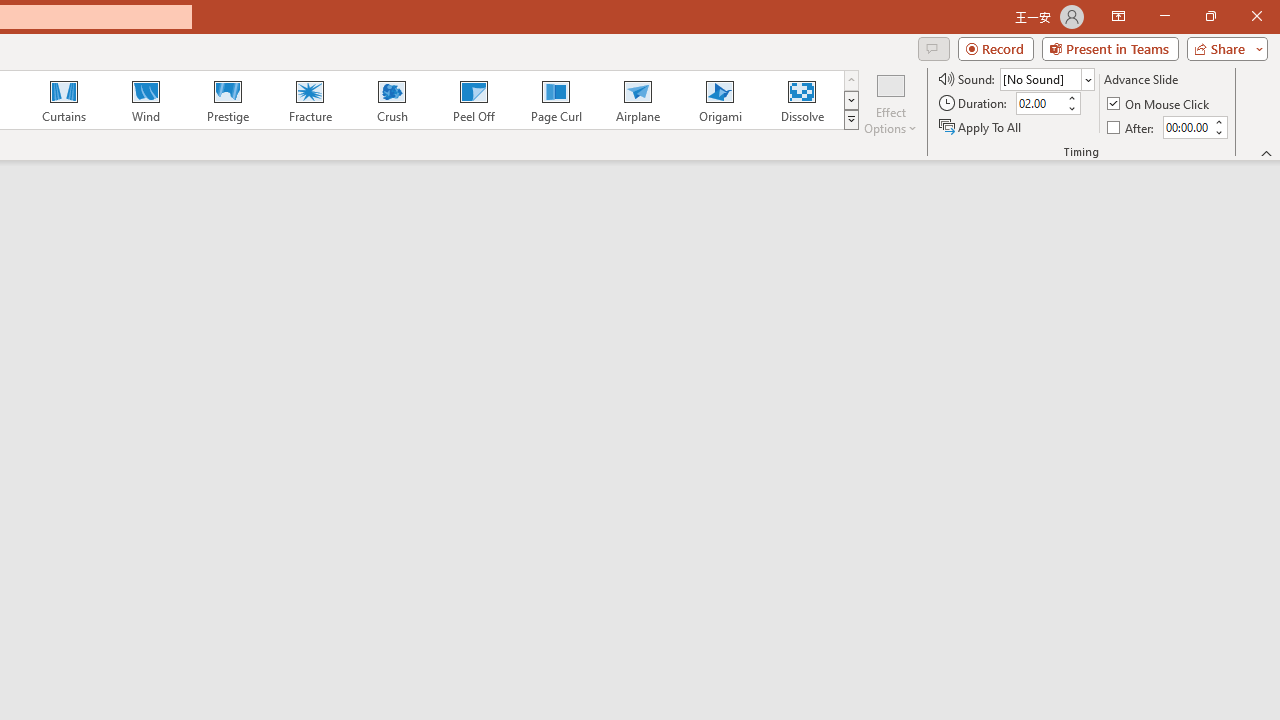 This screenshot has height=720, width=1280. I want to click on 'Effect Options', so click(889, 103).